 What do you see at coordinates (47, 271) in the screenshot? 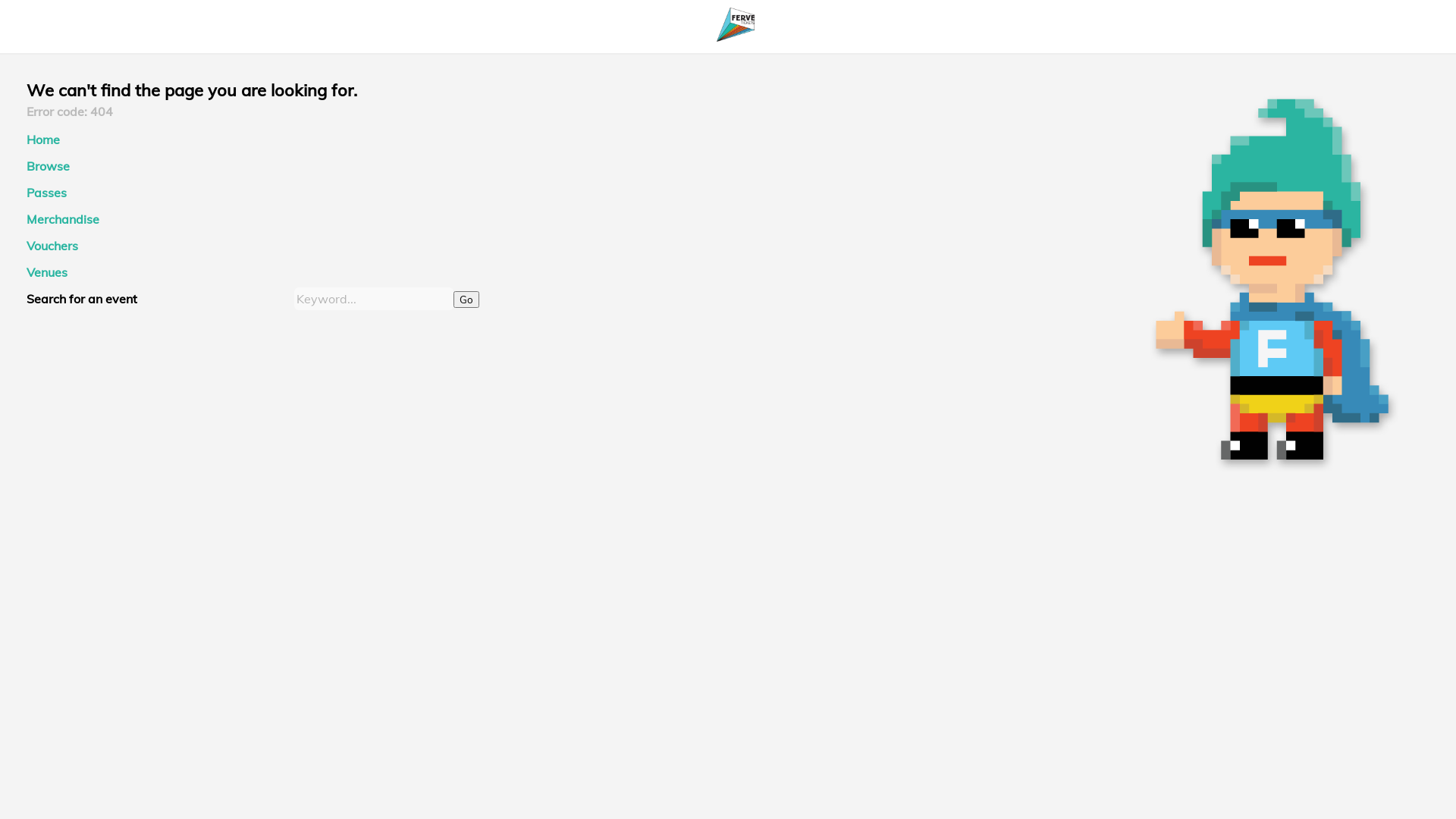
I see `'Venues'` at bounding box center [47, 271].